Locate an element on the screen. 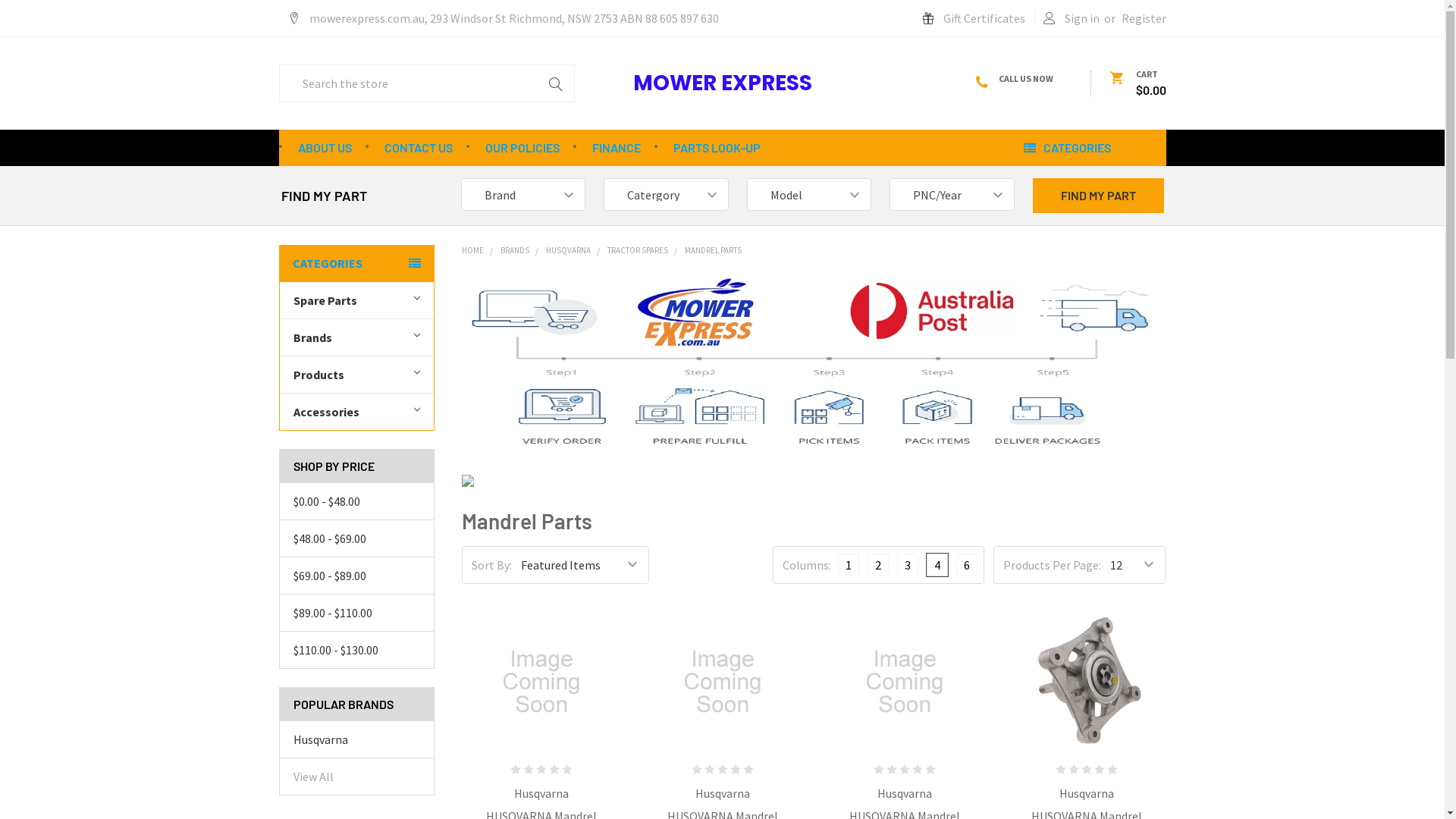 This screenshot has height=819, width=1456. 'CART is located at coordinates (1137, 83).